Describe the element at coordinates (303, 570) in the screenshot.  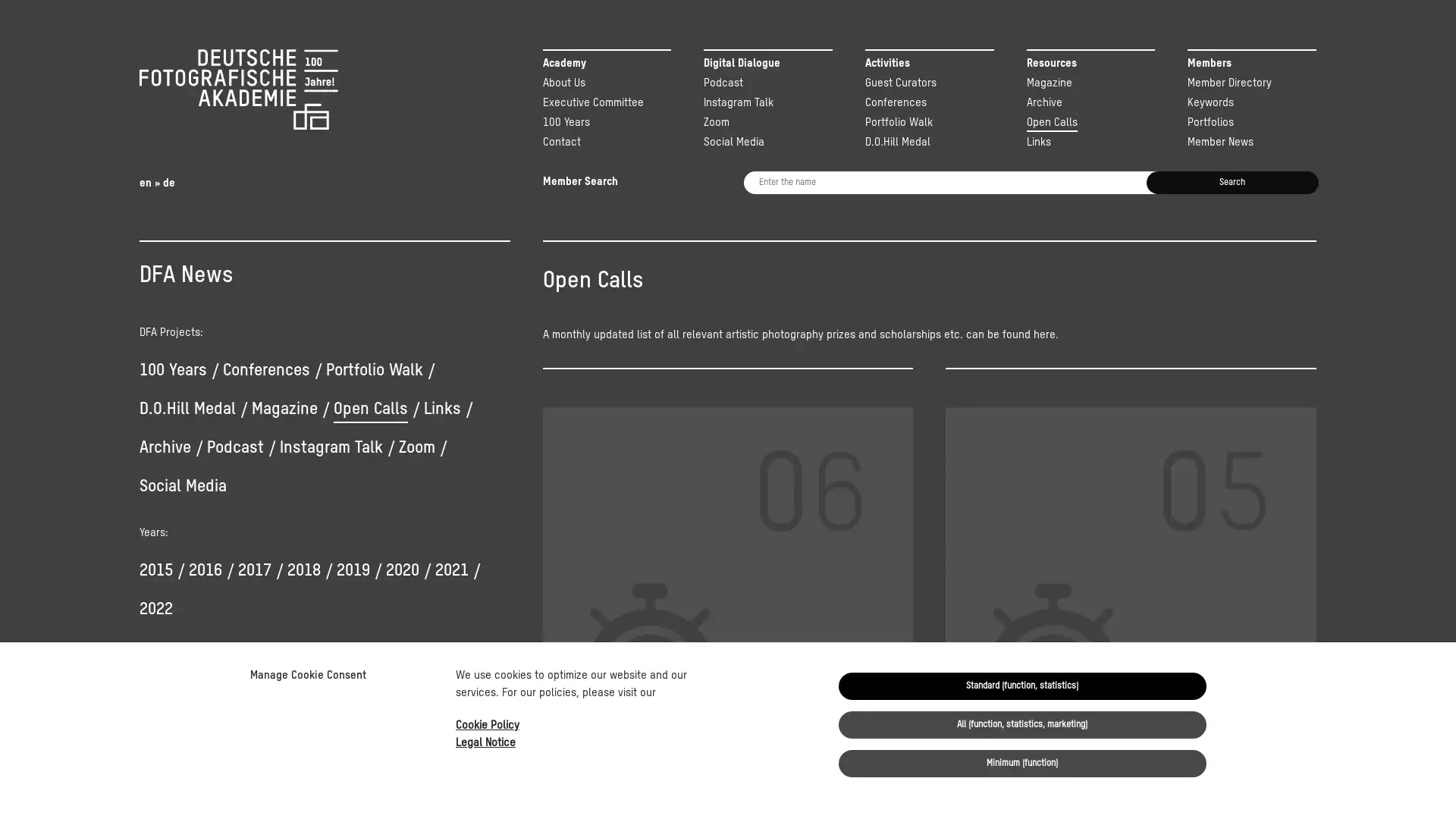
I see `2018` at that location.